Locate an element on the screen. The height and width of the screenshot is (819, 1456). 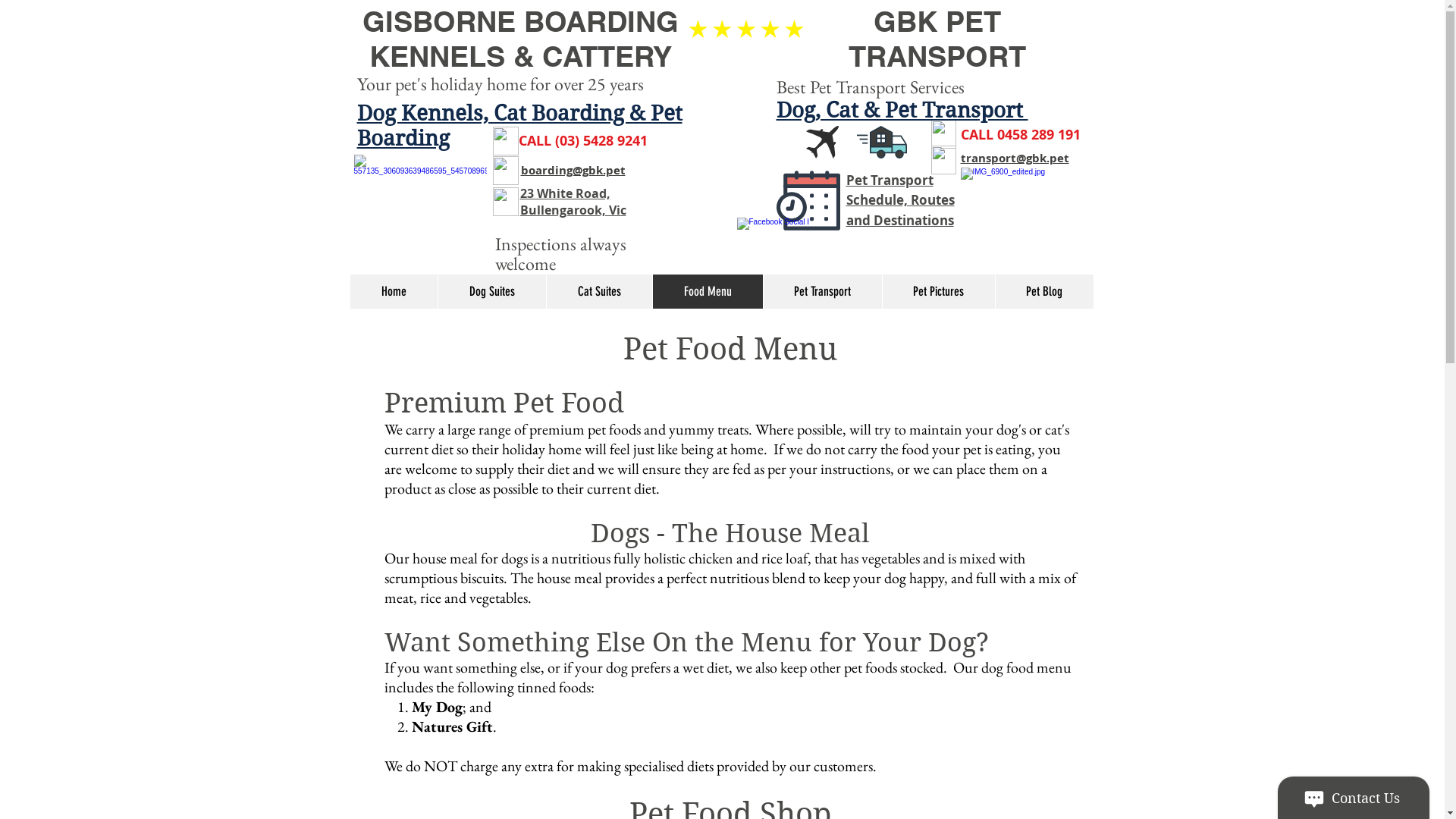
'CALL 0458 289 191' is located at coordinates (1019, 133).